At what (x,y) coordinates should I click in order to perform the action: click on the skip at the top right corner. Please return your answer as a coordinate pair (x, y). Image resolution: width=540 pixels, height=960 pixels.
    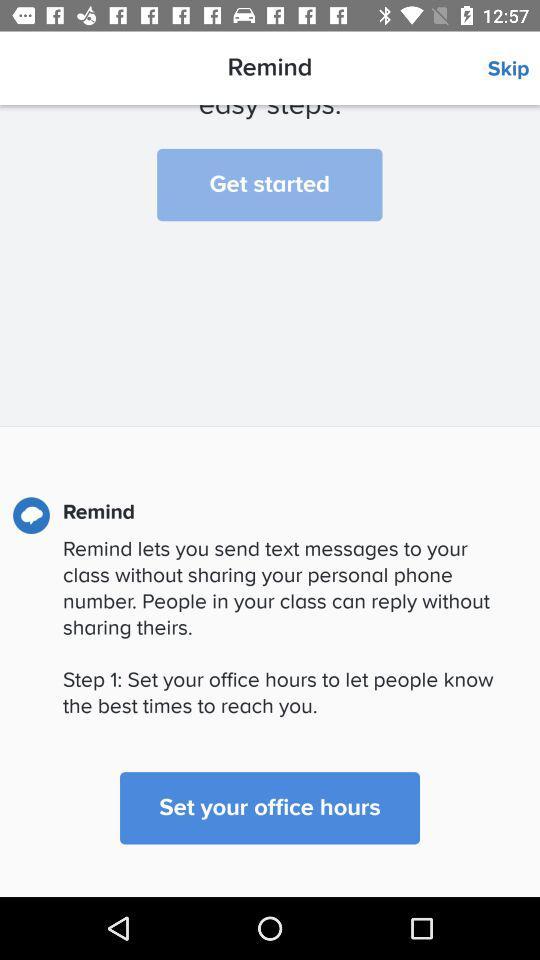
    Looking at the image, I should click on (513, 69).